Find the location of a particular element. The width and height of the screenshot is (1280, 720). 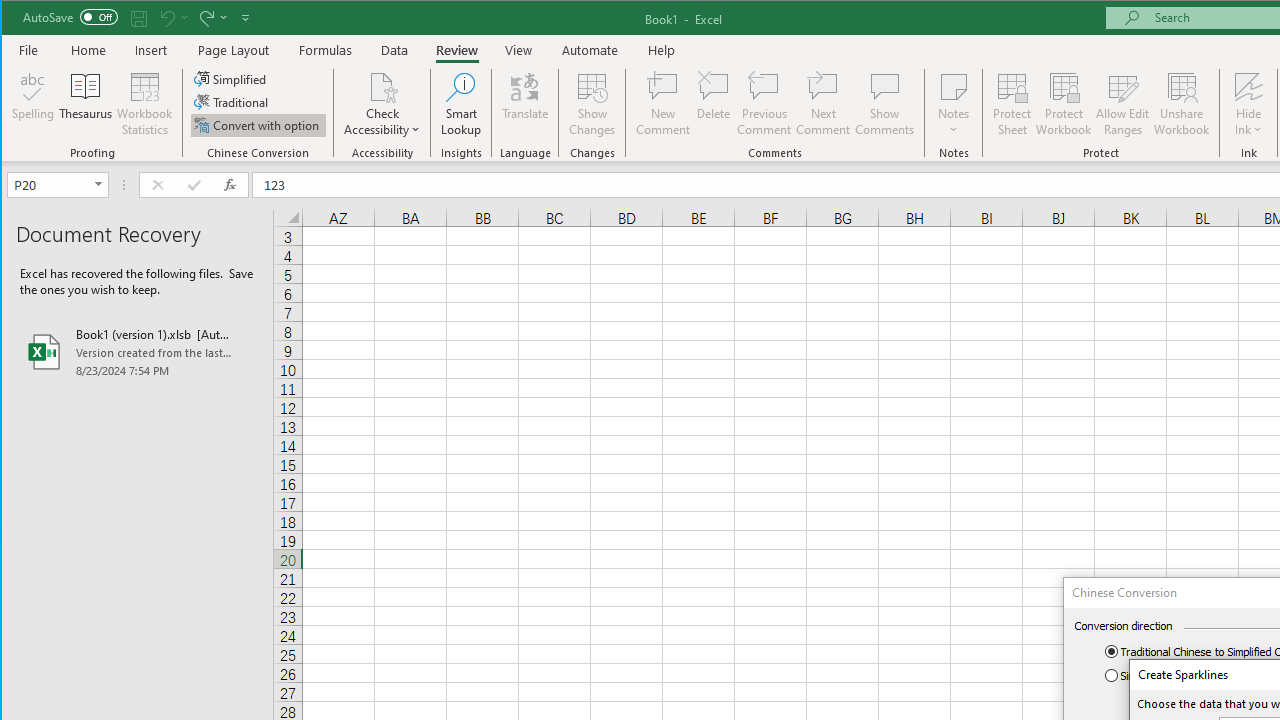

'Simplified' is located at coordinates (231, 78).